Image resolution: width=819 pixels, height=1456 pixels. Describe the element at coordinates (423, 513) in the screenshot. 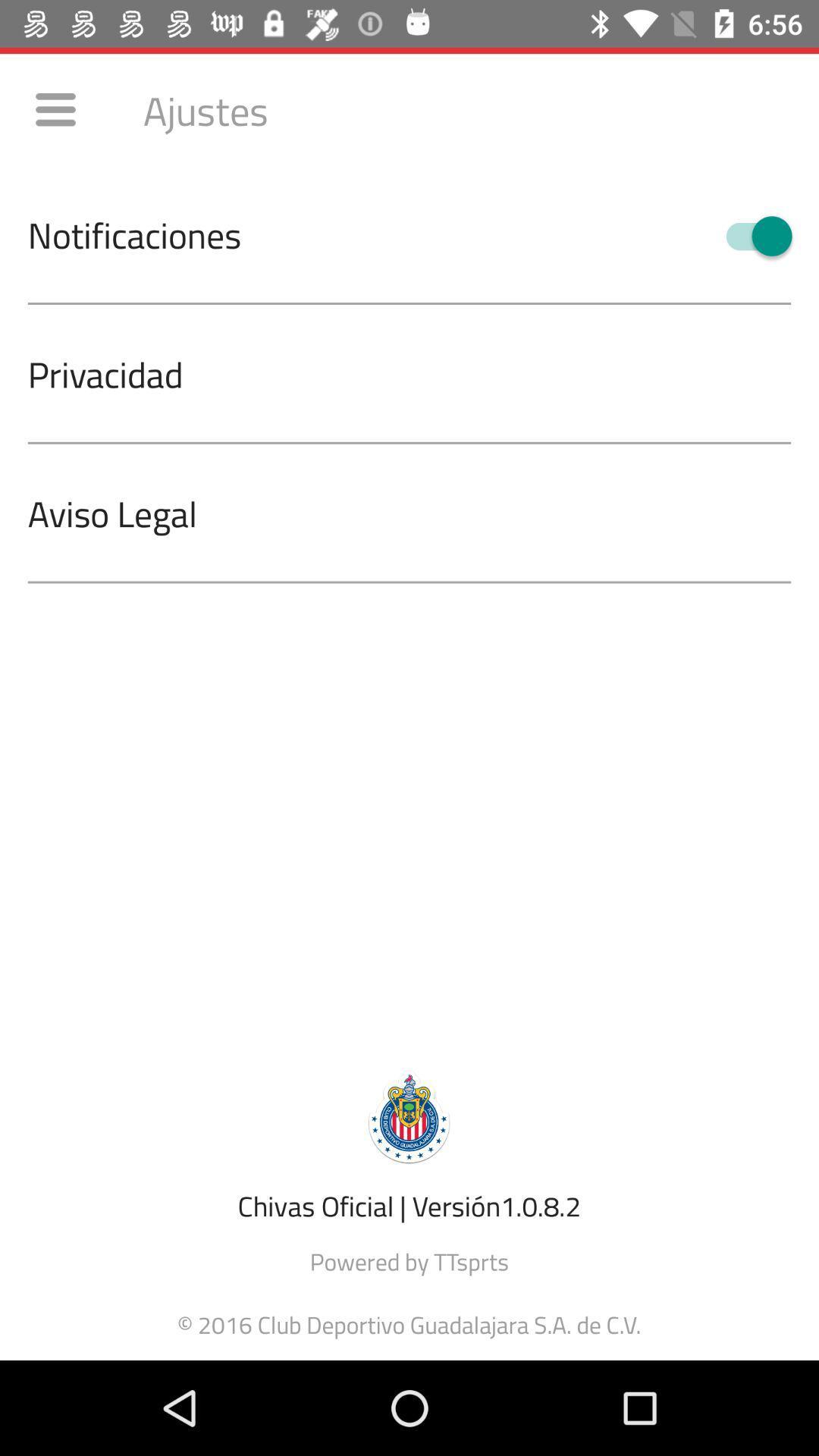

I see `the aviso legal item` at that location.